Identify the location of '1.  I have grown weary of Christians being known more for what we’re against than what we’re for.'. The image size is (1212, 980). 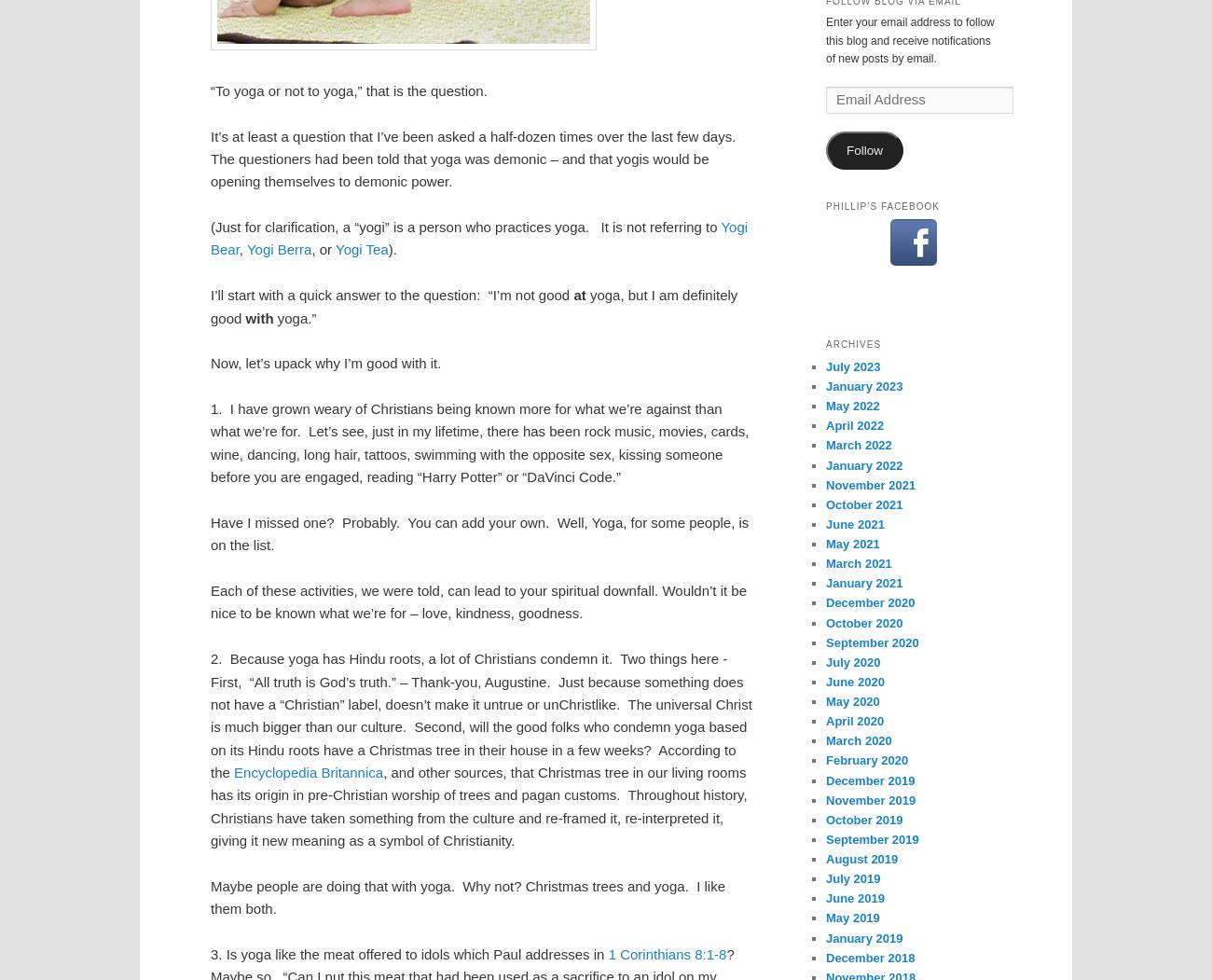
(465, 419).